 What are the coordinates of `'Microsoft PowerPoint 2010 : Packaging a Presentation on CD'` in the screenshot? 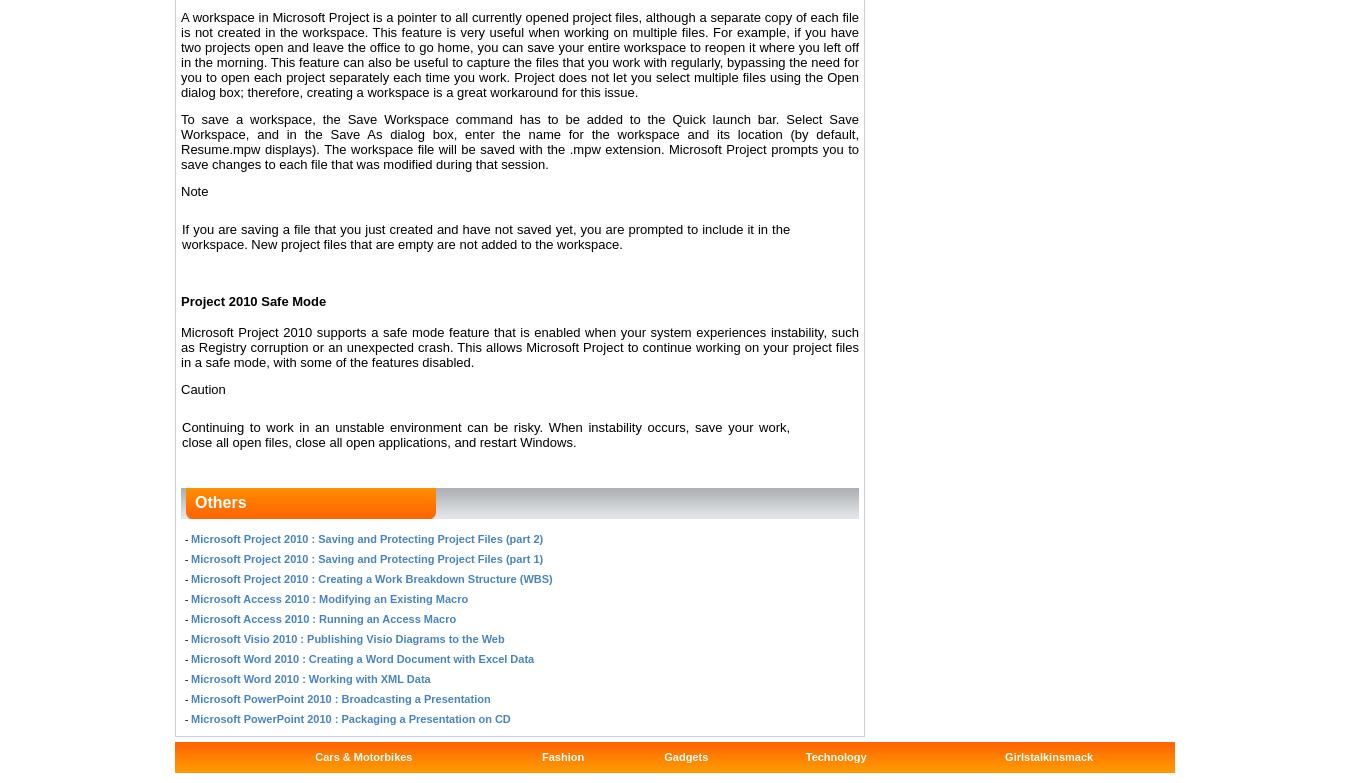 It's located at (350, 717).